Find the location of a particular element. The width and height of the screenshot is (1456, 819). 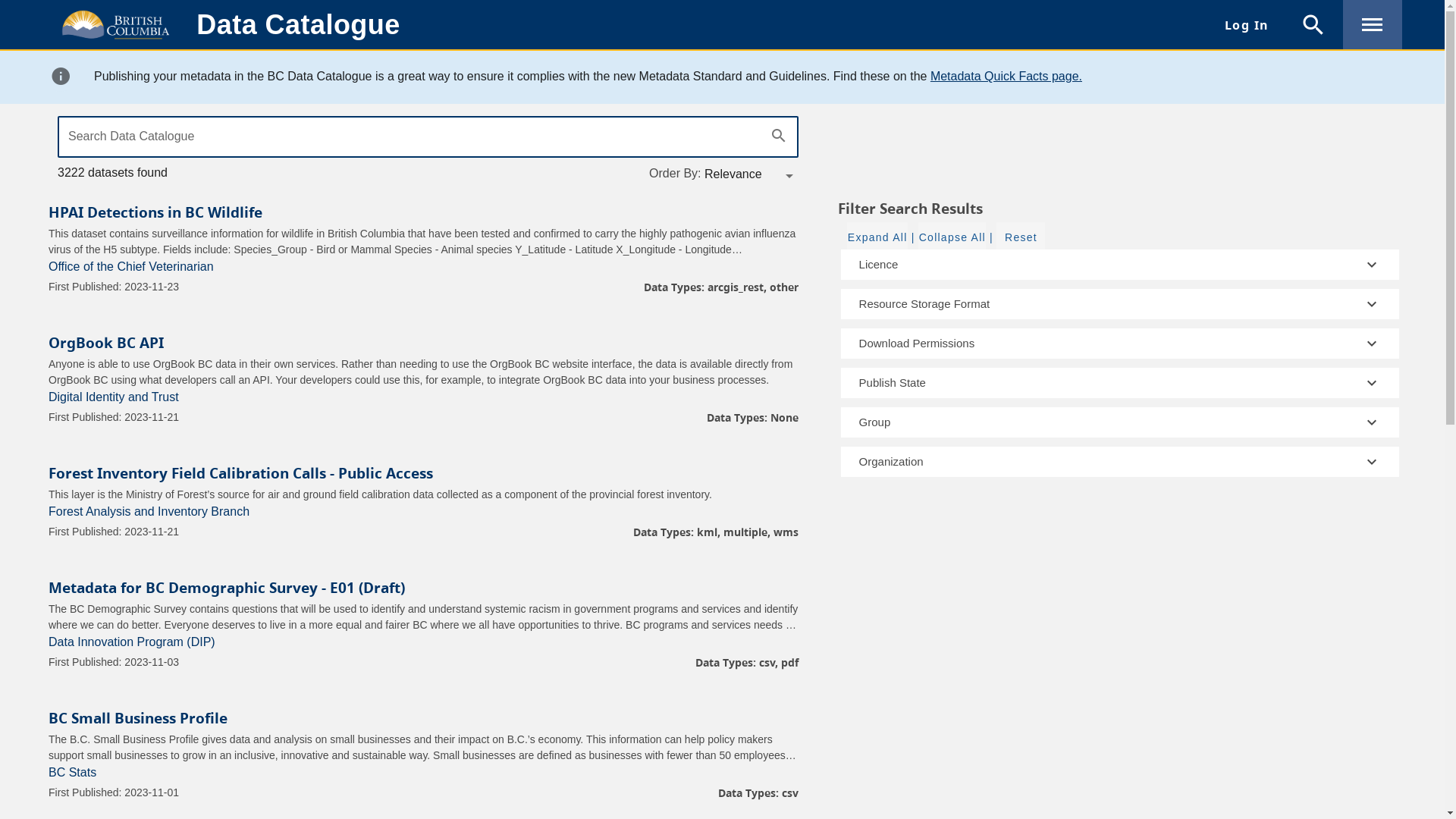

'OrgBook BC API' is located at coordinates (105, 342).